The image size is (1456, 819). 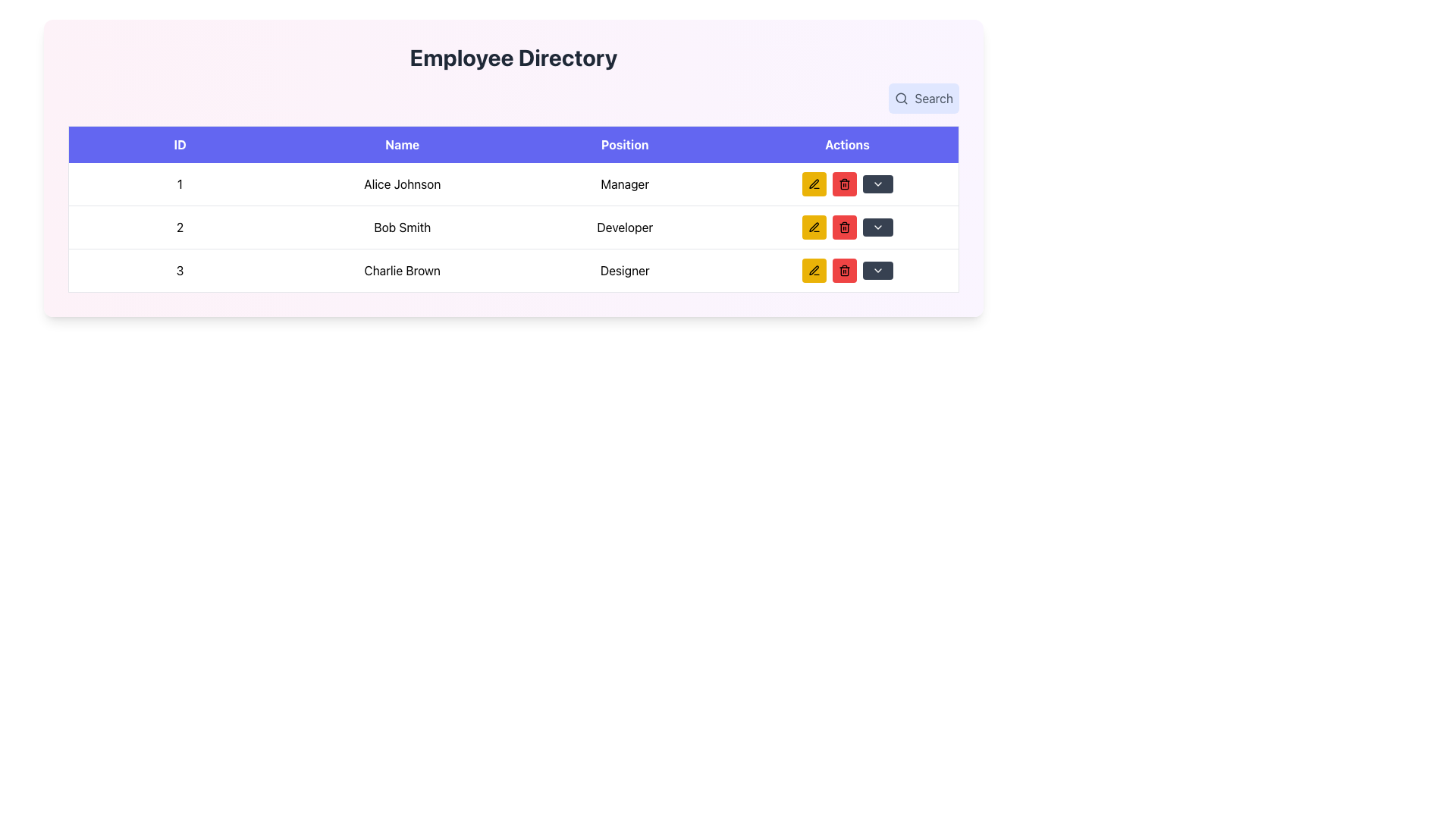 I want to click on the yellow rectangular button with a black pen icon located in the top row of the 'Actions' column, left of the red 'Delete' button for 'Alice Johnson', so click(x=813, y=184).